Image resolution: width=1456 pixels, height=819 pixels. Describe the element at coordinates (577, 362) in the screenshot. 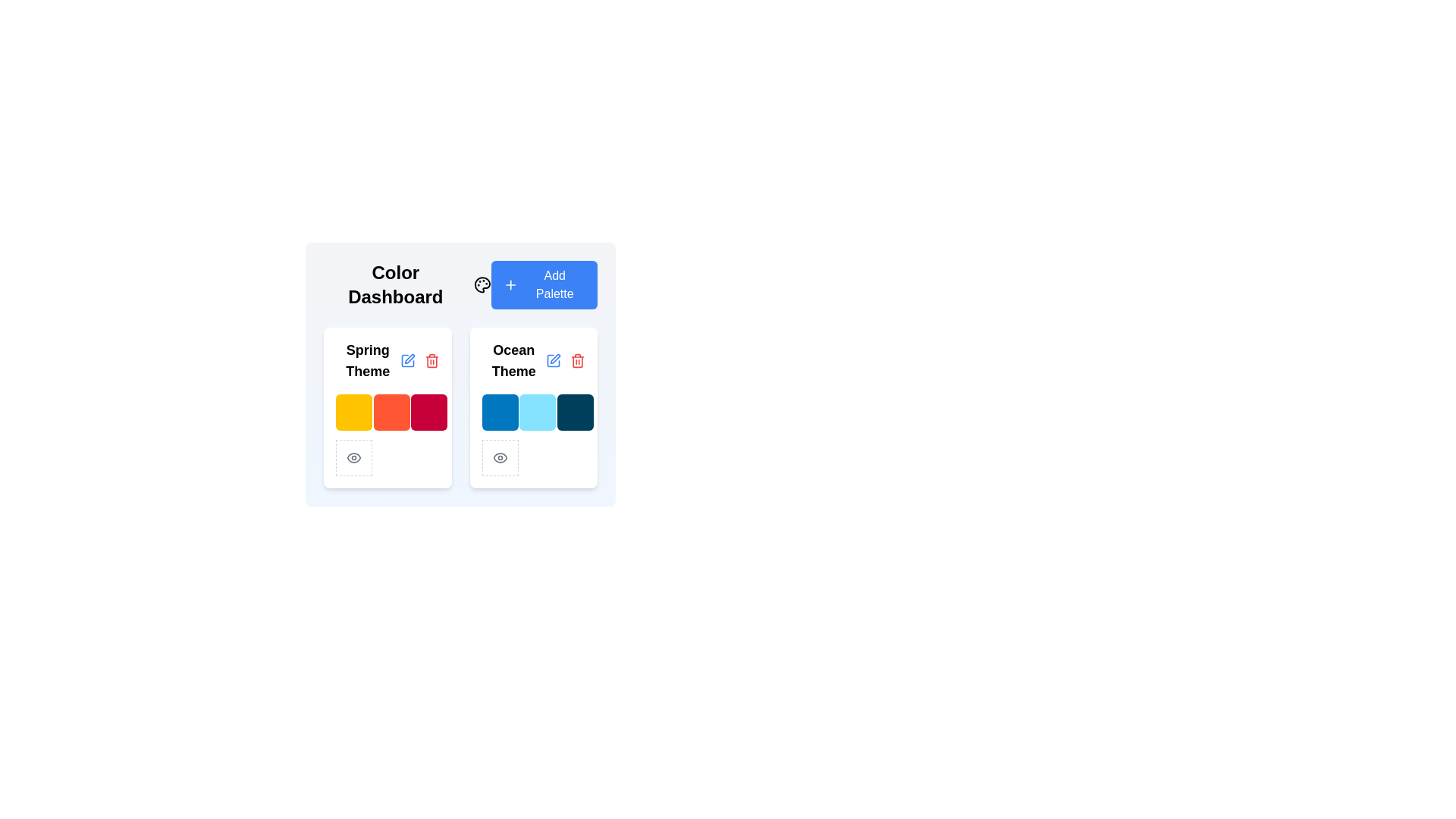

I see `the trash can icon fragment located at the top-right area of the interface` at that location.